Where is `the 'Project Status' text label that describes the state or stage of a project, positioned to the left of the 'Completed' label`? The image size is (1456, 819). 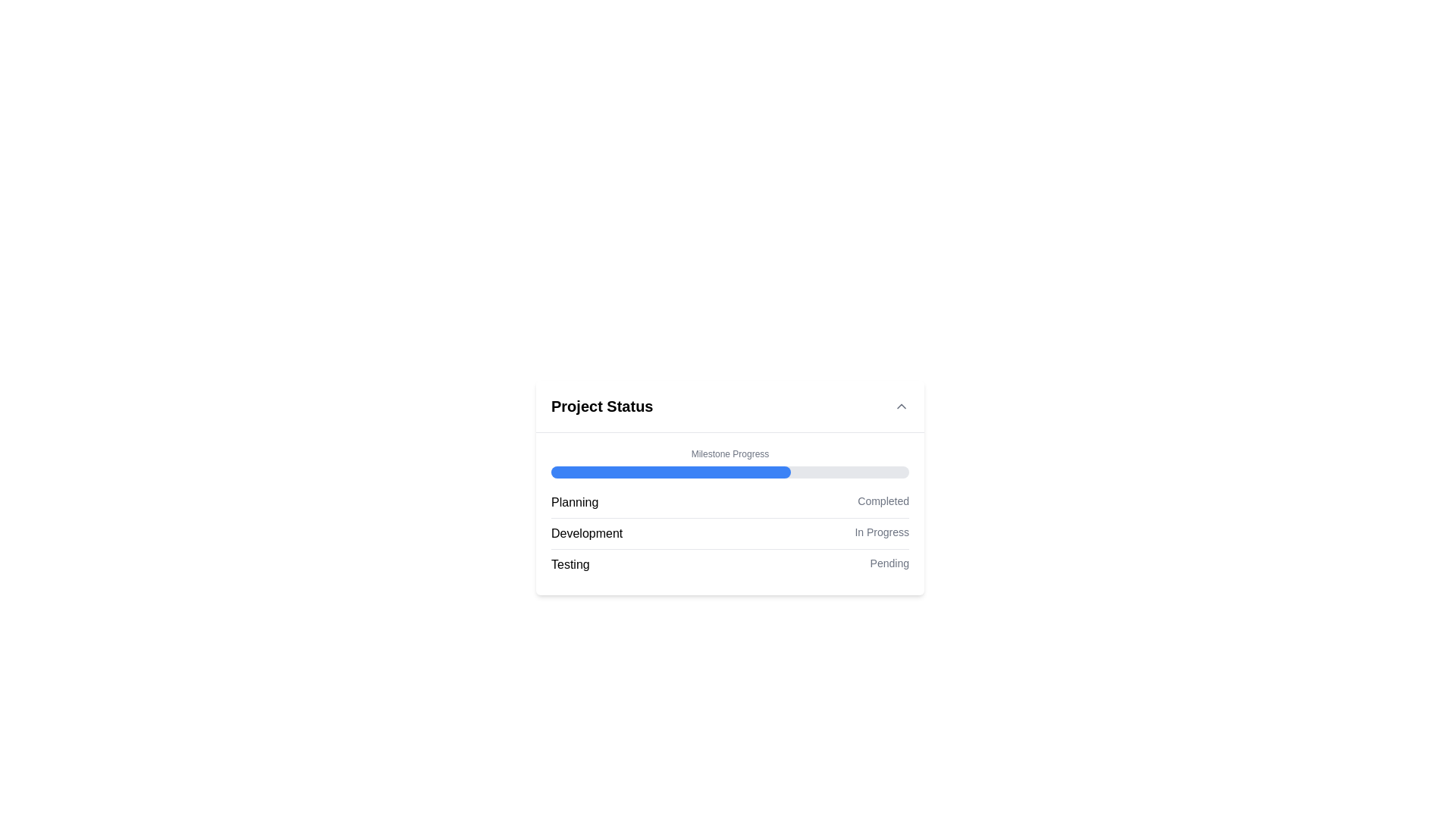
the 'Project Status' text label that describes the state or stage of a project, positioned to the left of the 'Completed' label is located at coordinates (574, 503).